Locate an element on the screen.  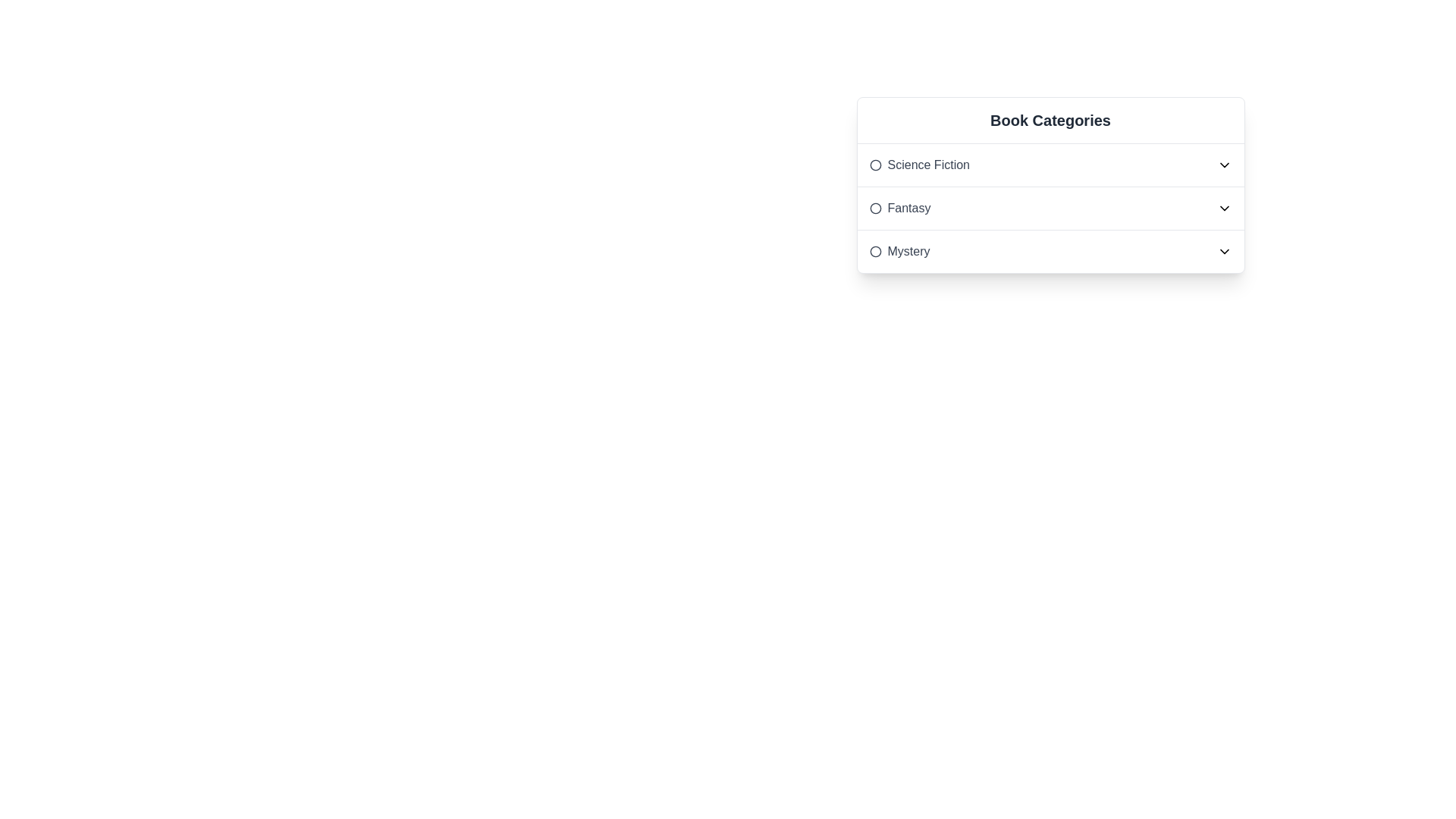
the radio button associated with the 'Fantasy' text label is located at coordinates (909, 208).